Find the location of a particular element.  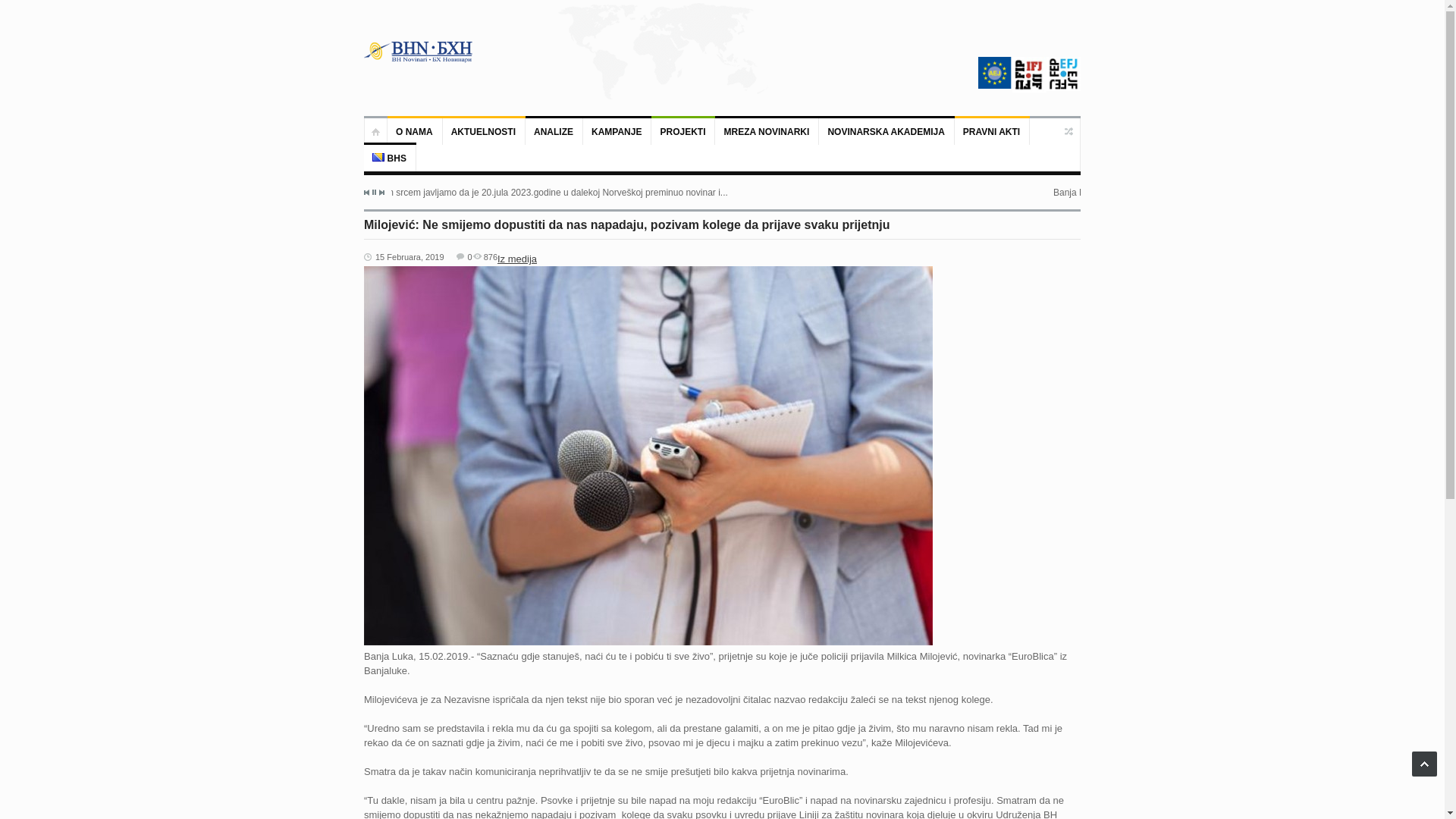

'AKTUELNOSTI' is located at coordinates (483, 130).